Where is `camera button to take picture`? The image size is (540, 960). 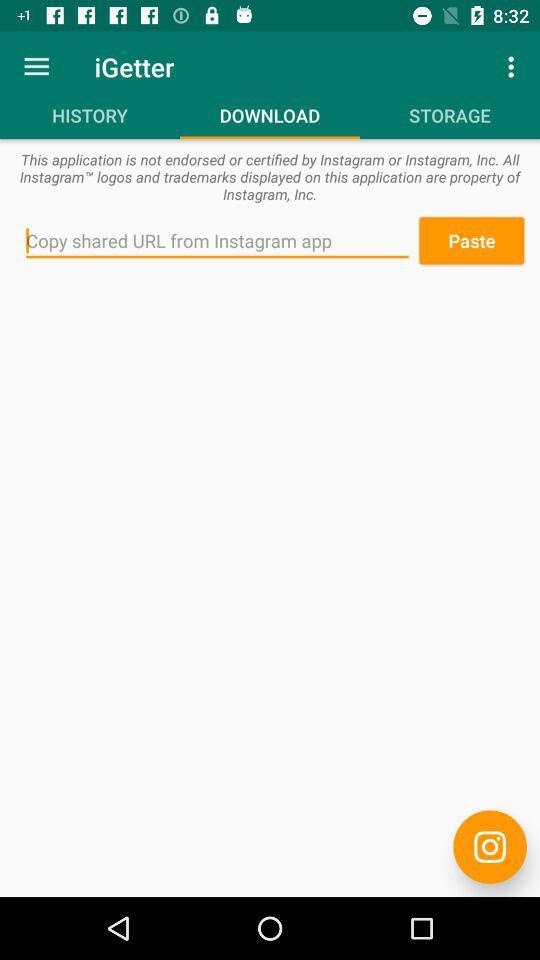 camera button to take picture is located at coordinates (489, 846).